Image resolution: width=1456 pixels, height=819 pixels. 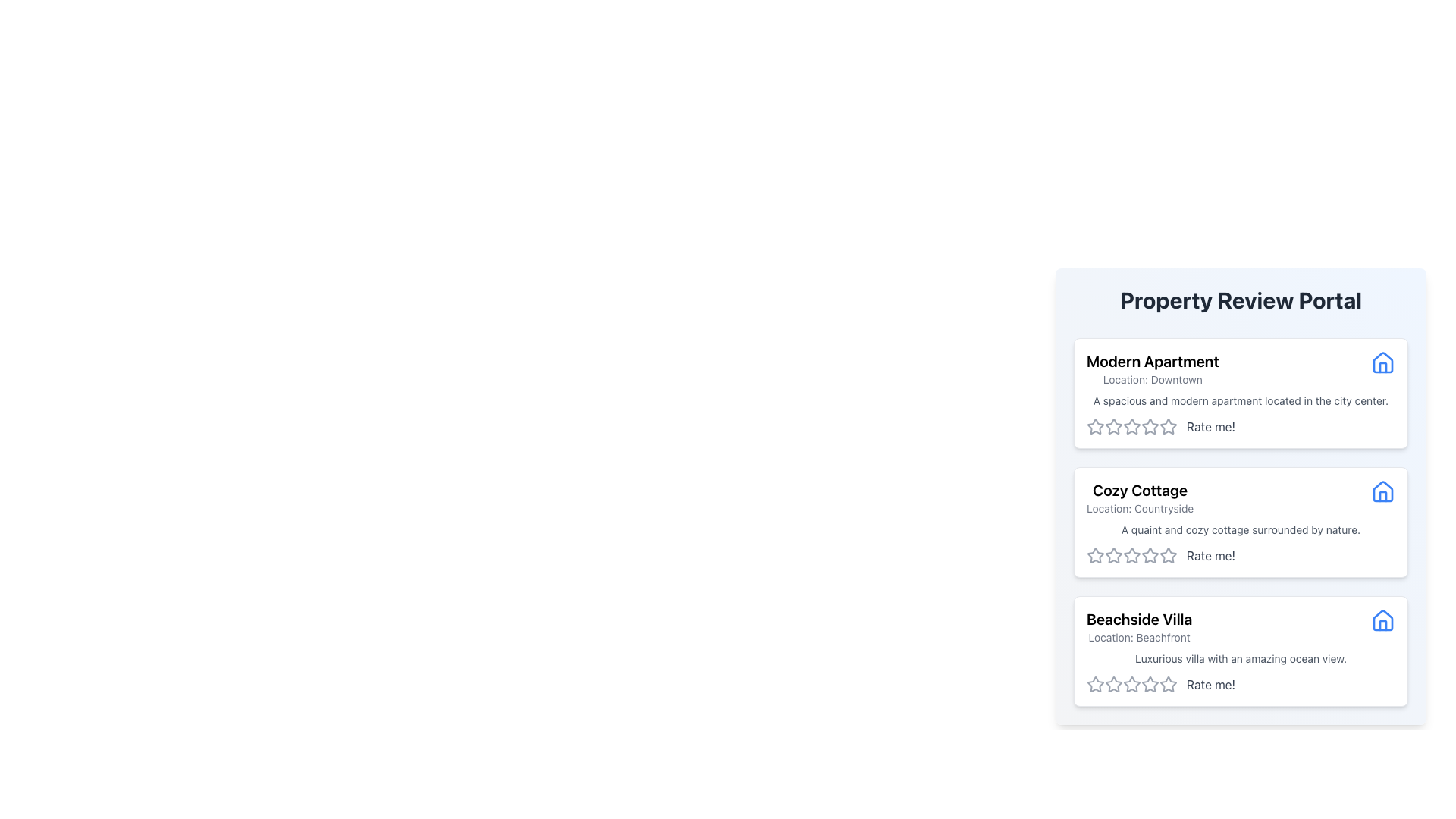 I want to click on the third star icon in the rating section for the 'Cozy Cottage' property, so click(x=1150, y=555).